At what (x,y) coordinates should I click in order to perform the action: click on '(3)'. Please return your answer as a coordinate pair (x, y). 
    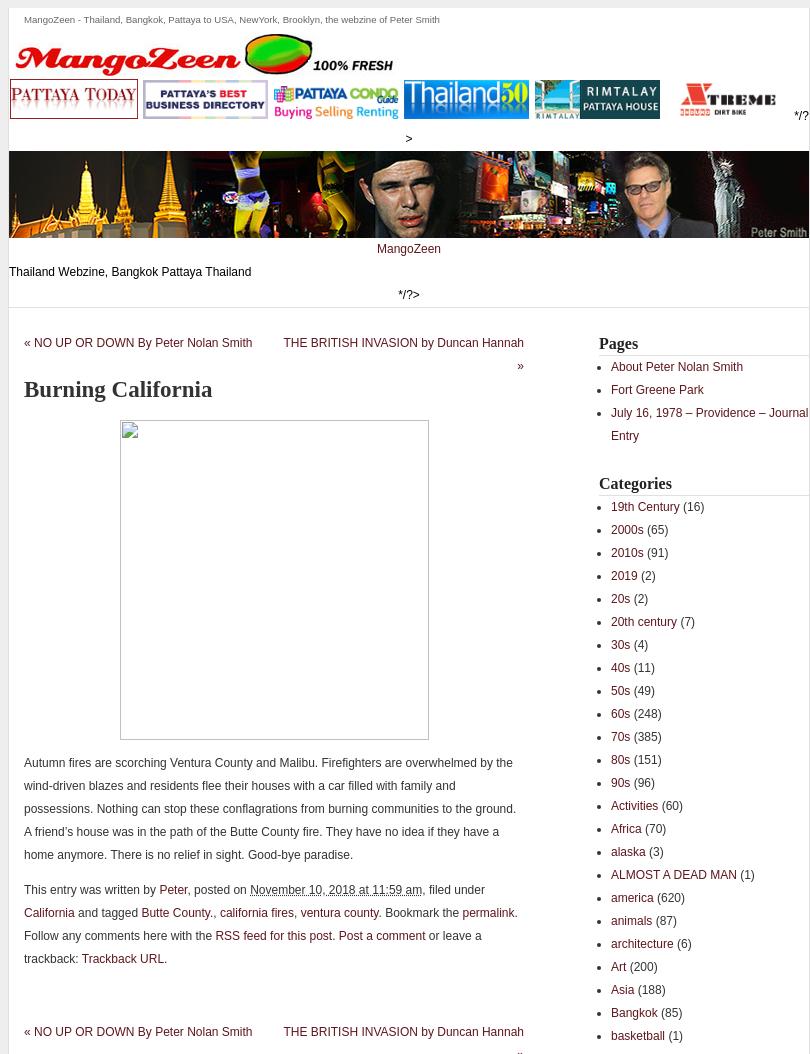
    Looking at the image, I should click on (652, 850).